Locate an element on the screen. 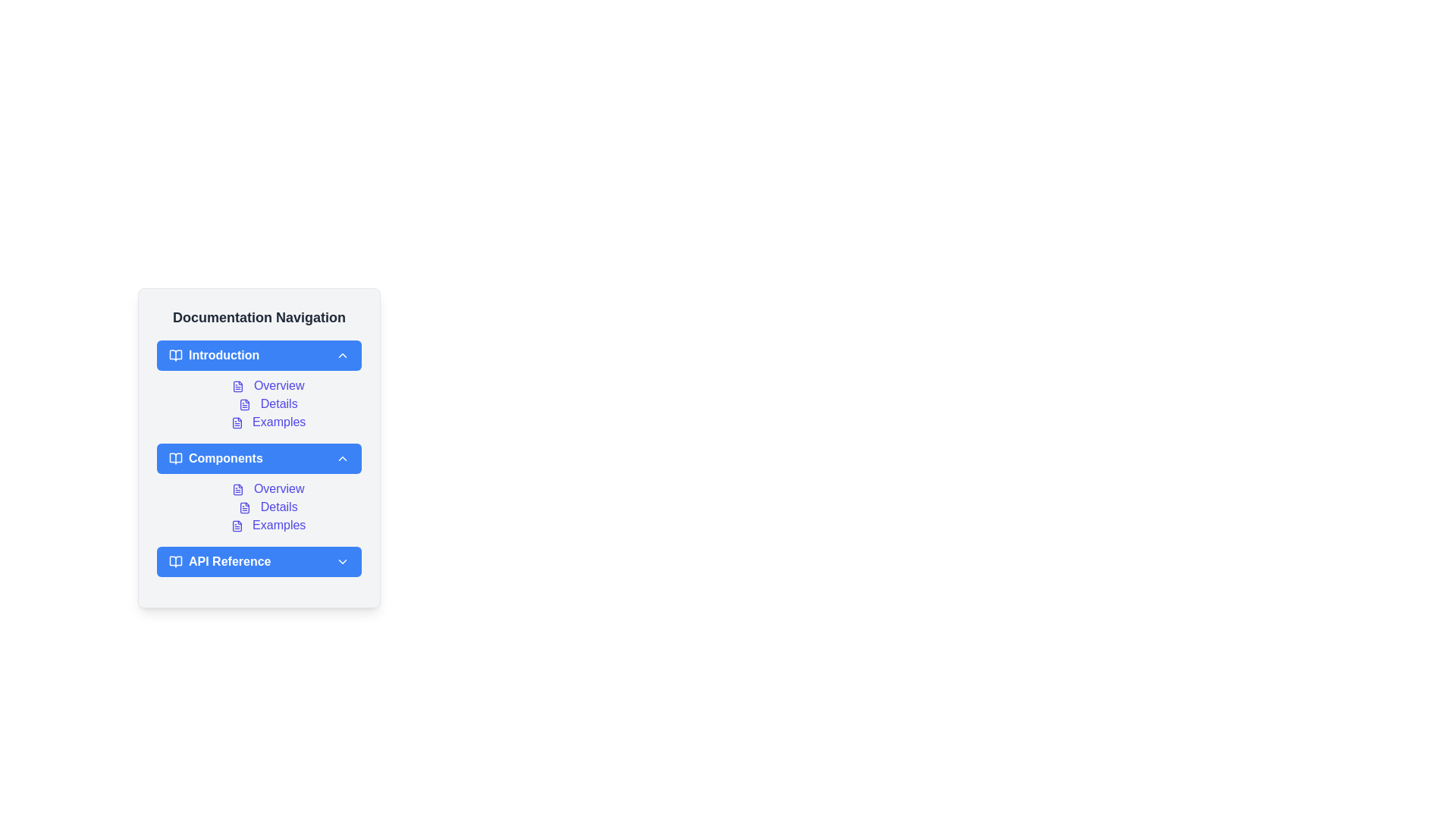  the hyperlinked text in the 'Documentation Navigation' menu that allows access to detailed documentation under the 'Introduction' category is located at coordinates (259, 403).